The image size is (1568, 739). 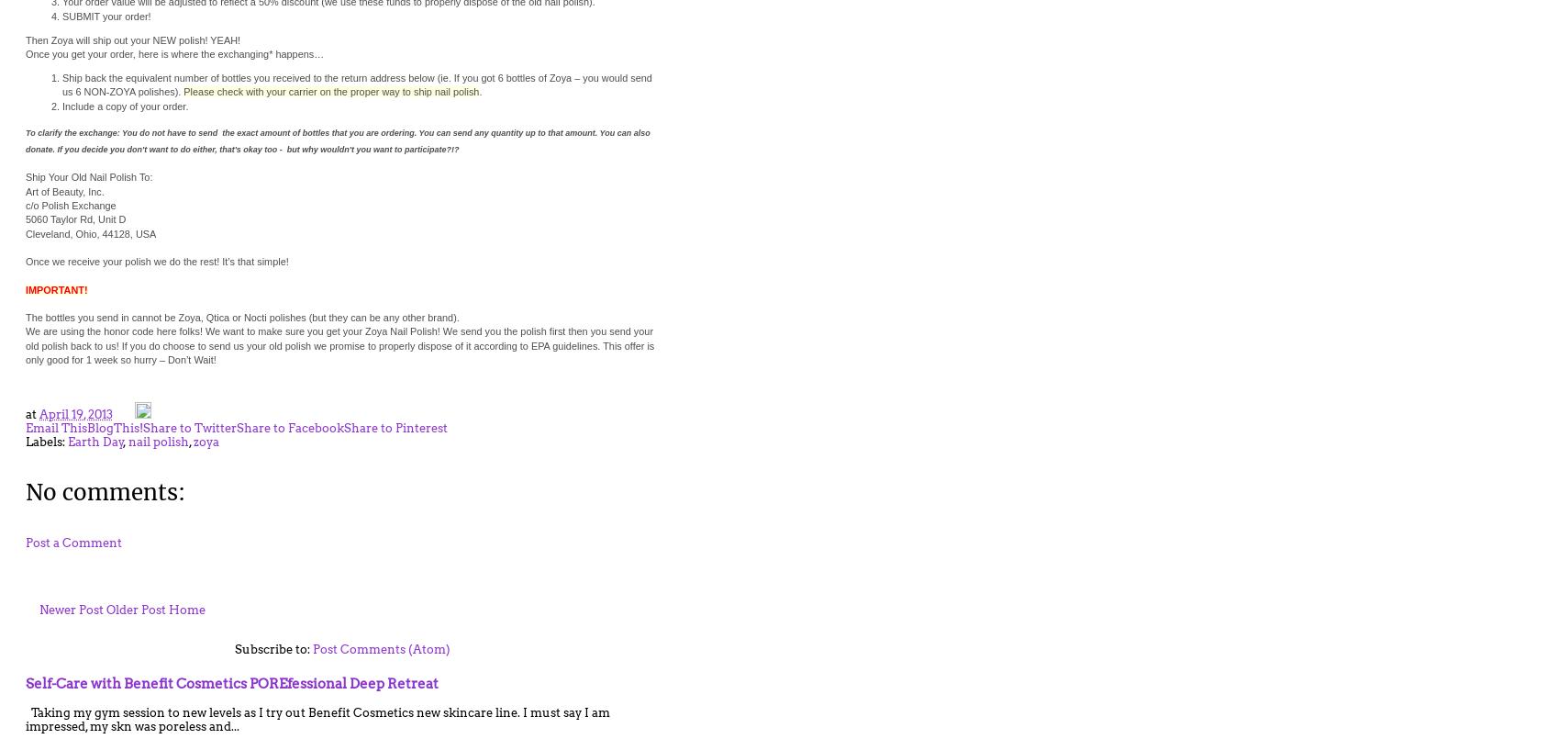 What do you see at coordinates (230, 150) in the screenshot?
I see `'that's'` at bounding box center [230, 150].